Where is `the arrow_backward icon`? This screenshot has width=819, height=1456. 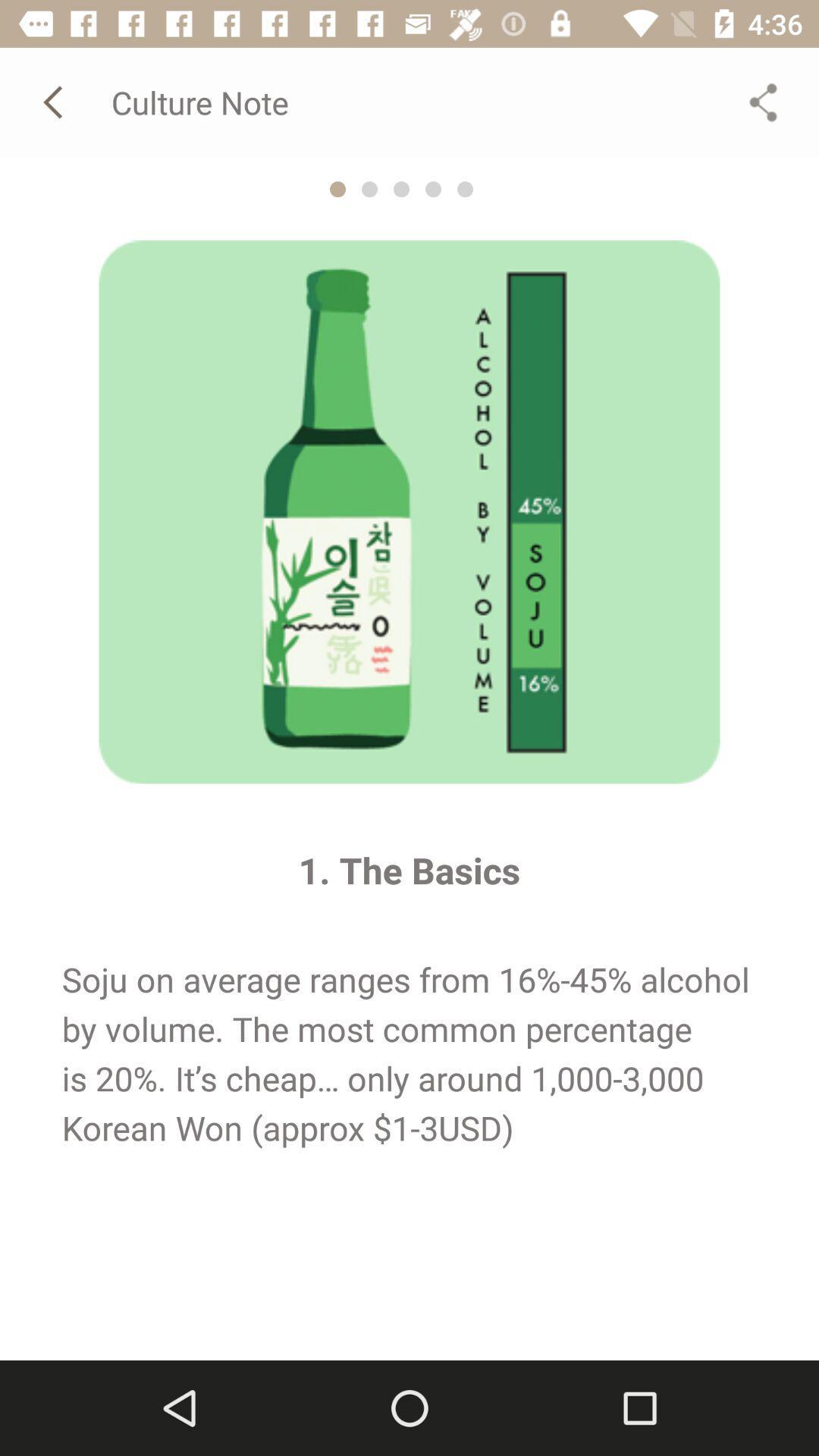 the arrow_backward icon is located at coordinates (55, 101).